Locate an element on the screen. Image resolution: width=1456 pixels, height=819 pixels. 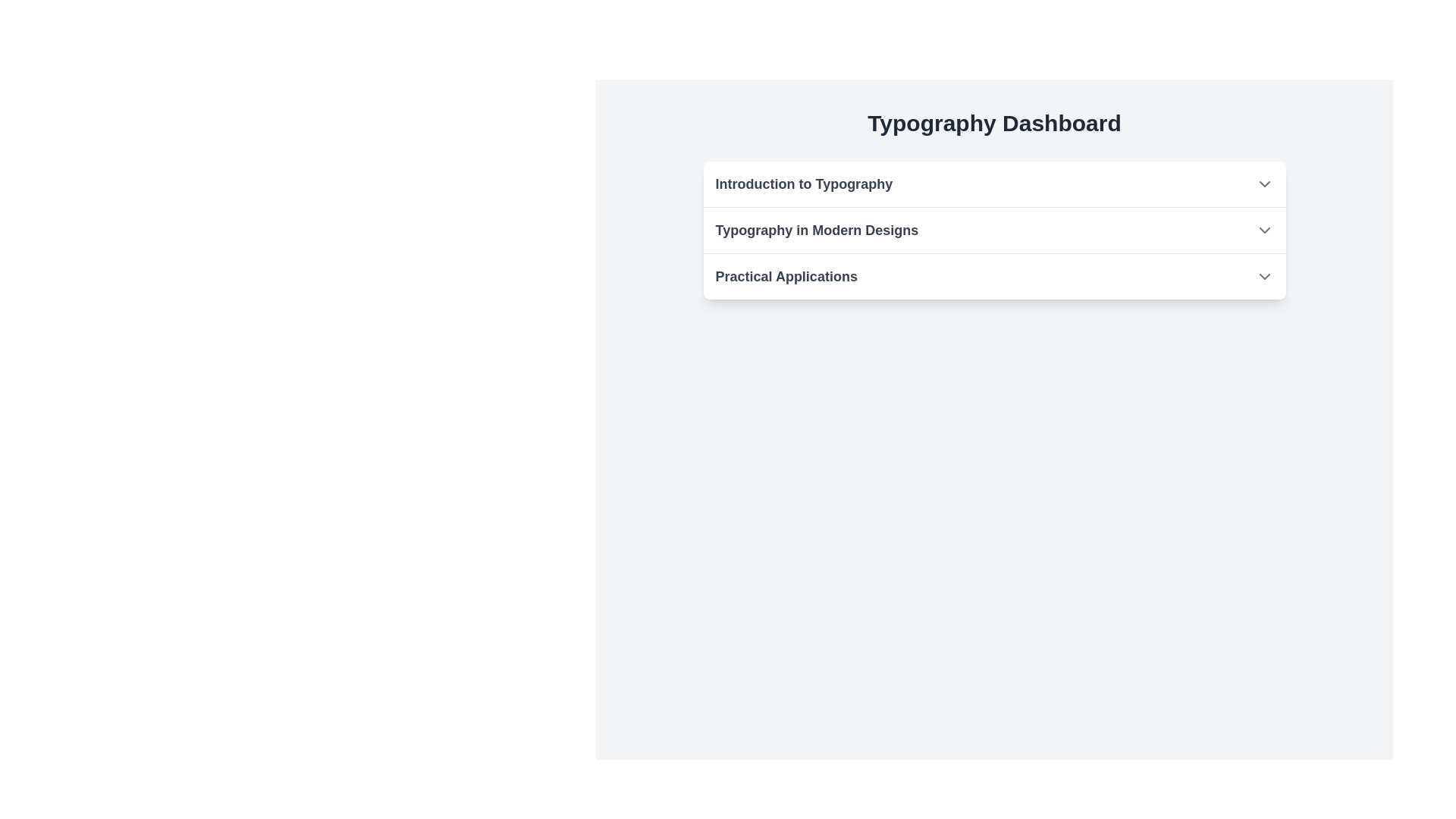
the chevron icon next to the 'Introduction to Typography' text is located at coordinates (1264, 184).